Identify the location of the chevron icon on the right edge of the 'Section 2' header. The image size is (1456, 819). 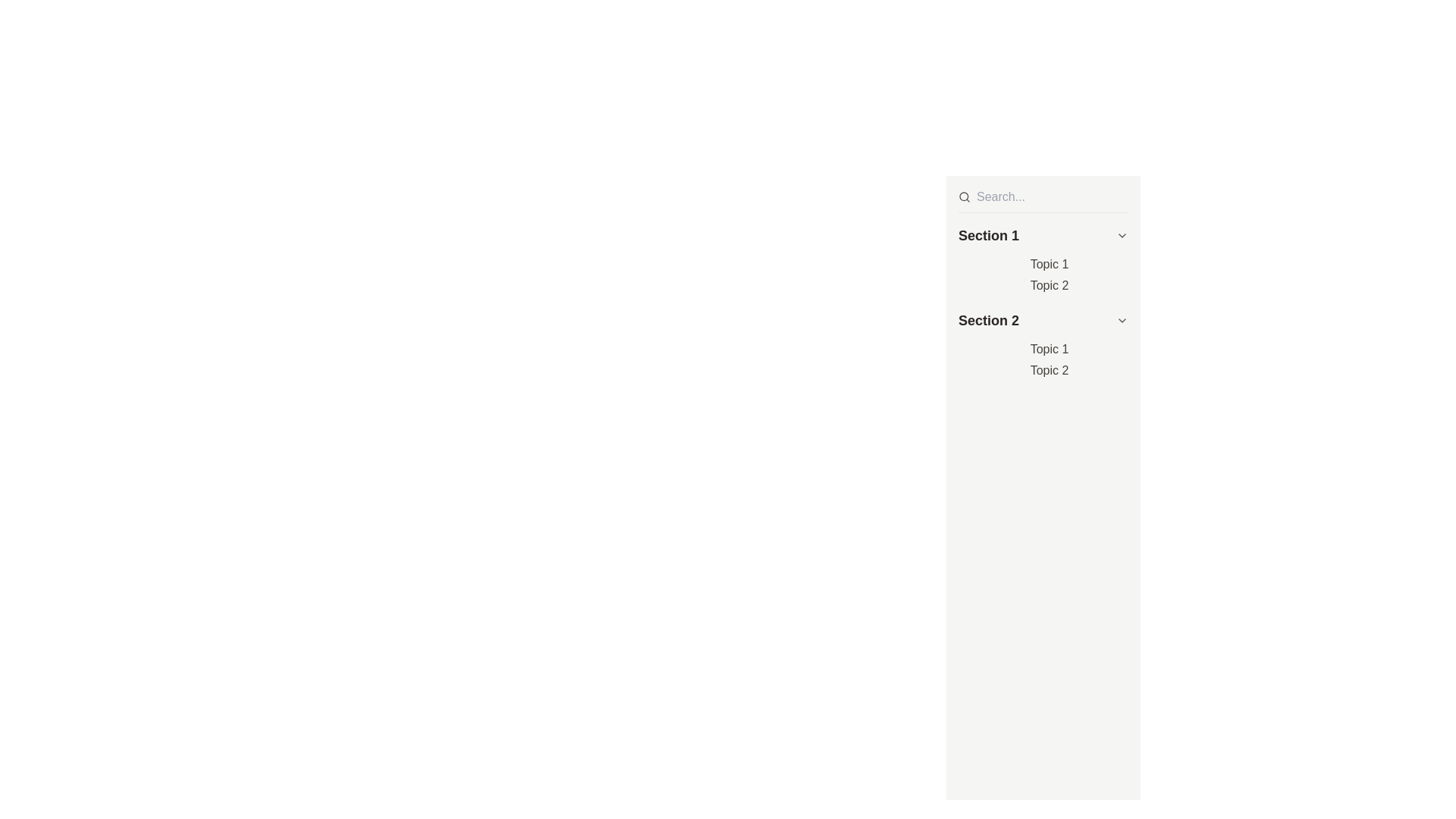
(1122, 320).